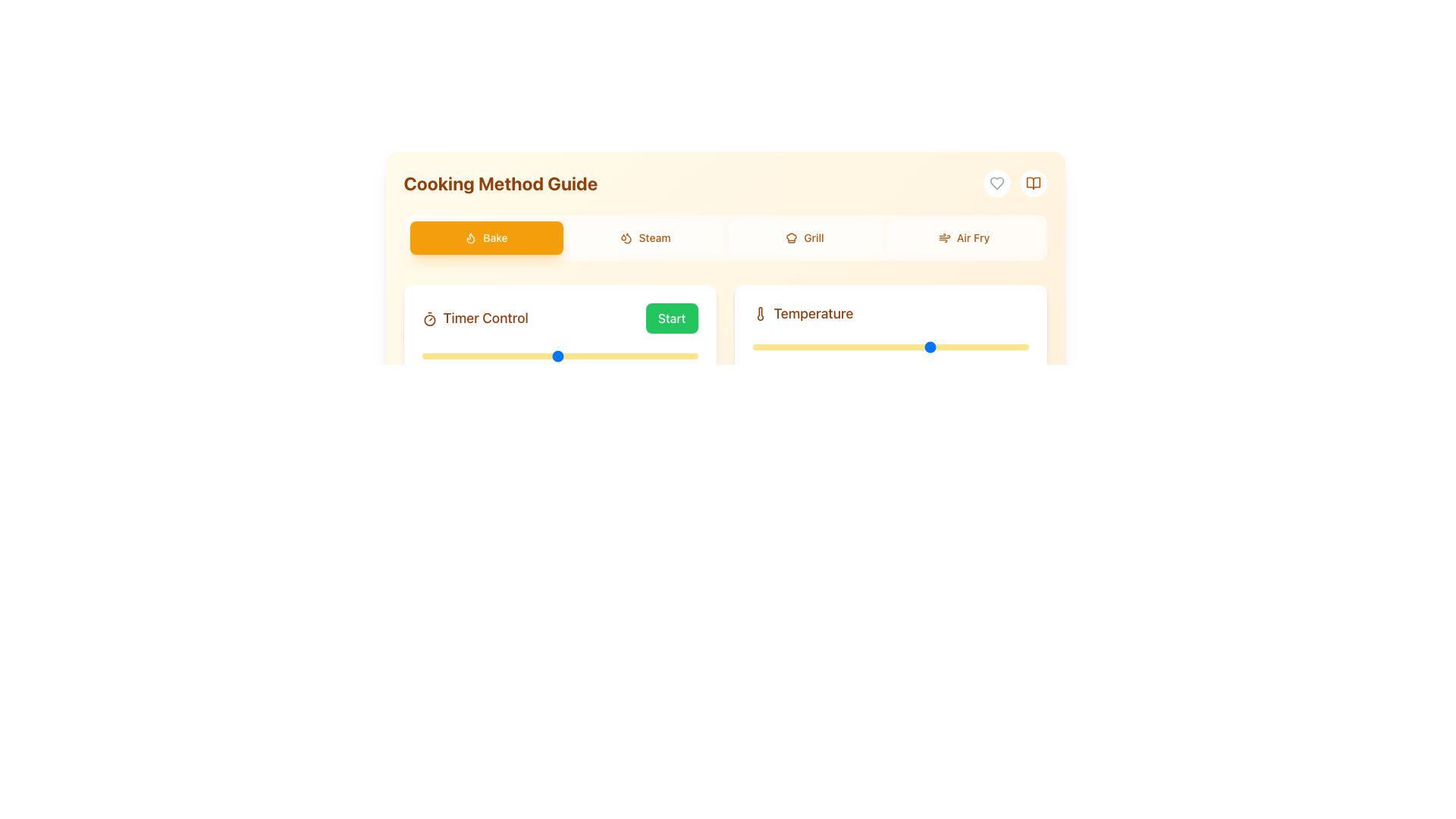 The width and height of the screenshot is (1456, 819). What do you see at coordinates (996, 183) in the screenshot?
I see `the circular button with a gray heart outline` at bounding box center [996, 183].